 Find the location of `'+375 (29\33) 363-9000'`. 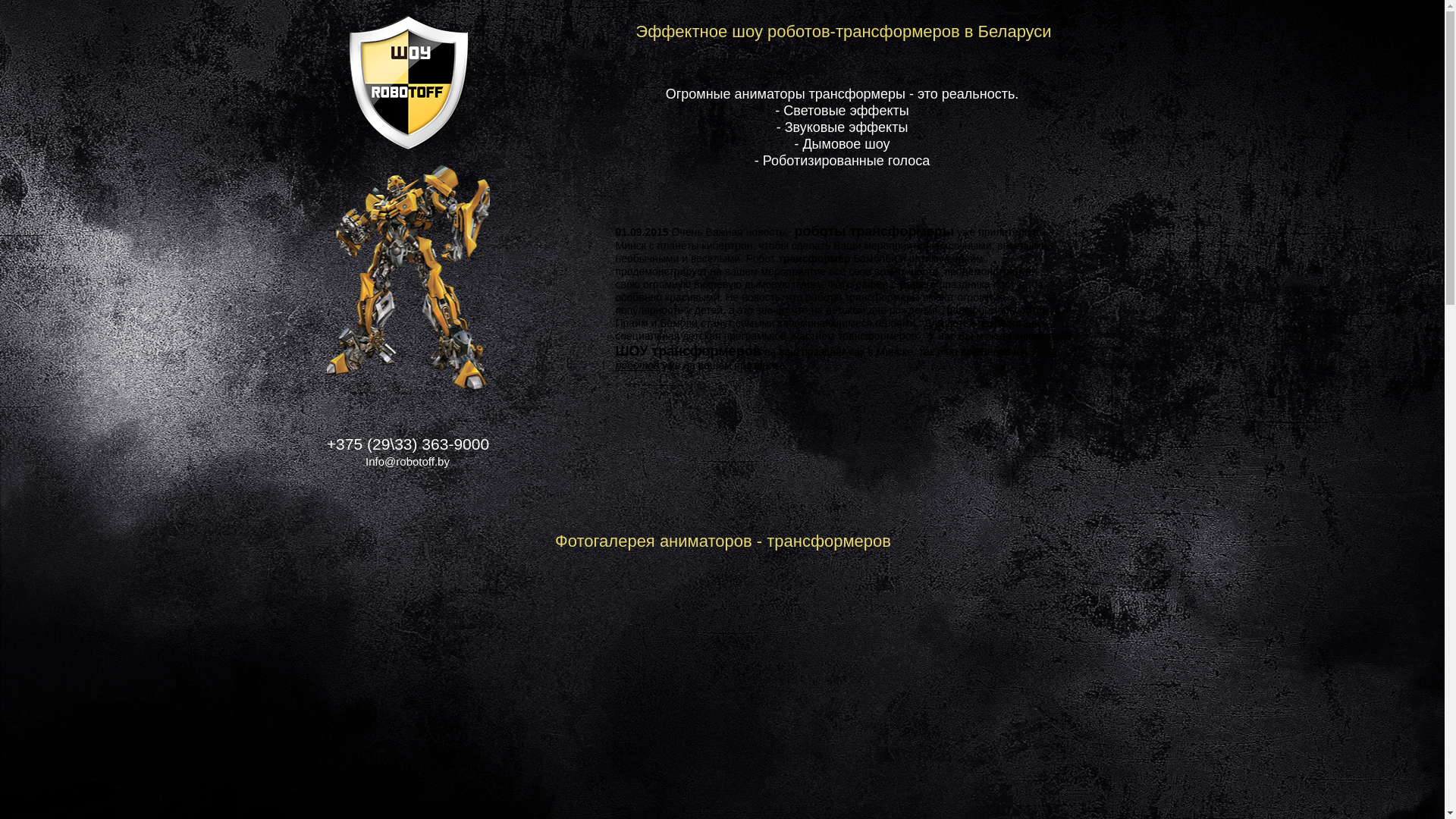

'+375 (29\33) 363-9000' is located at coordinates (407, 444).